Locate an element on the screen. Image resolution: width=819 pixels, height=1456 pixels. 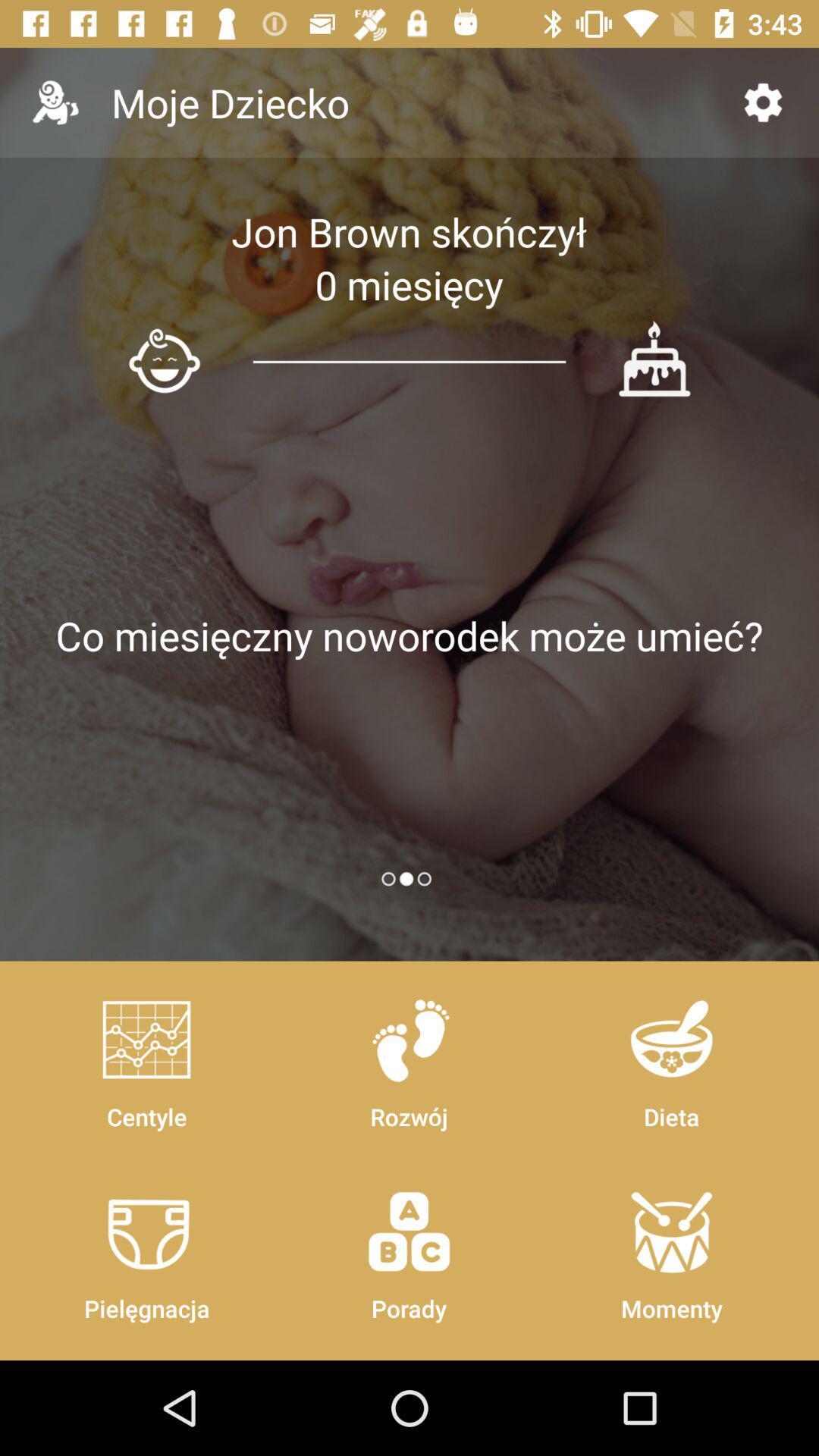
the icon next to the centyle is located at coordinates (408, 1248).